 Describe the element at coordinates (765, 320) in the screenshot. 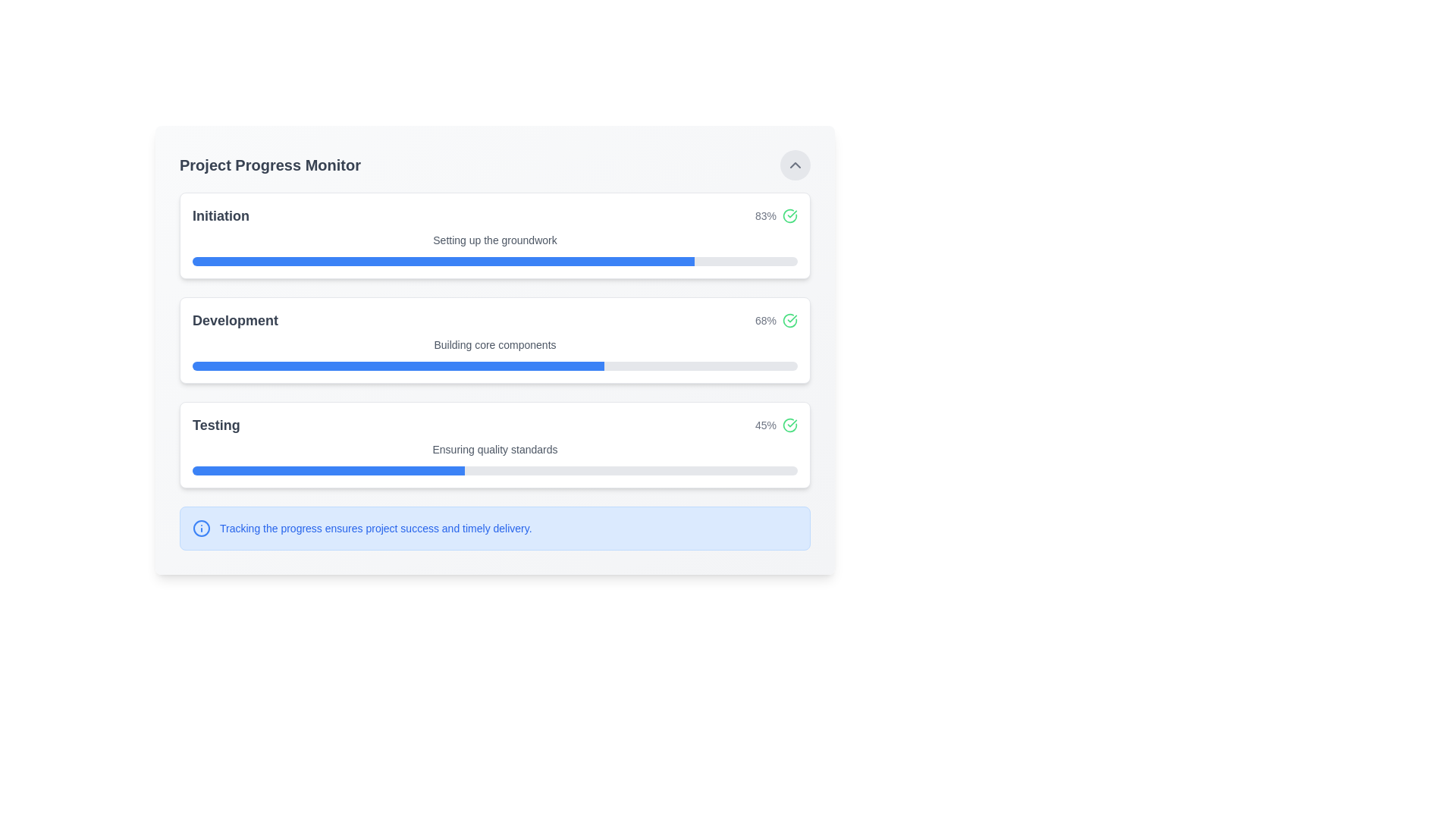

I see `progress percentage displayed in the 'Development' section of the 'Project Progress Monitor' interface, located to the left of the green check mark icon and above the progress bar` at that location.